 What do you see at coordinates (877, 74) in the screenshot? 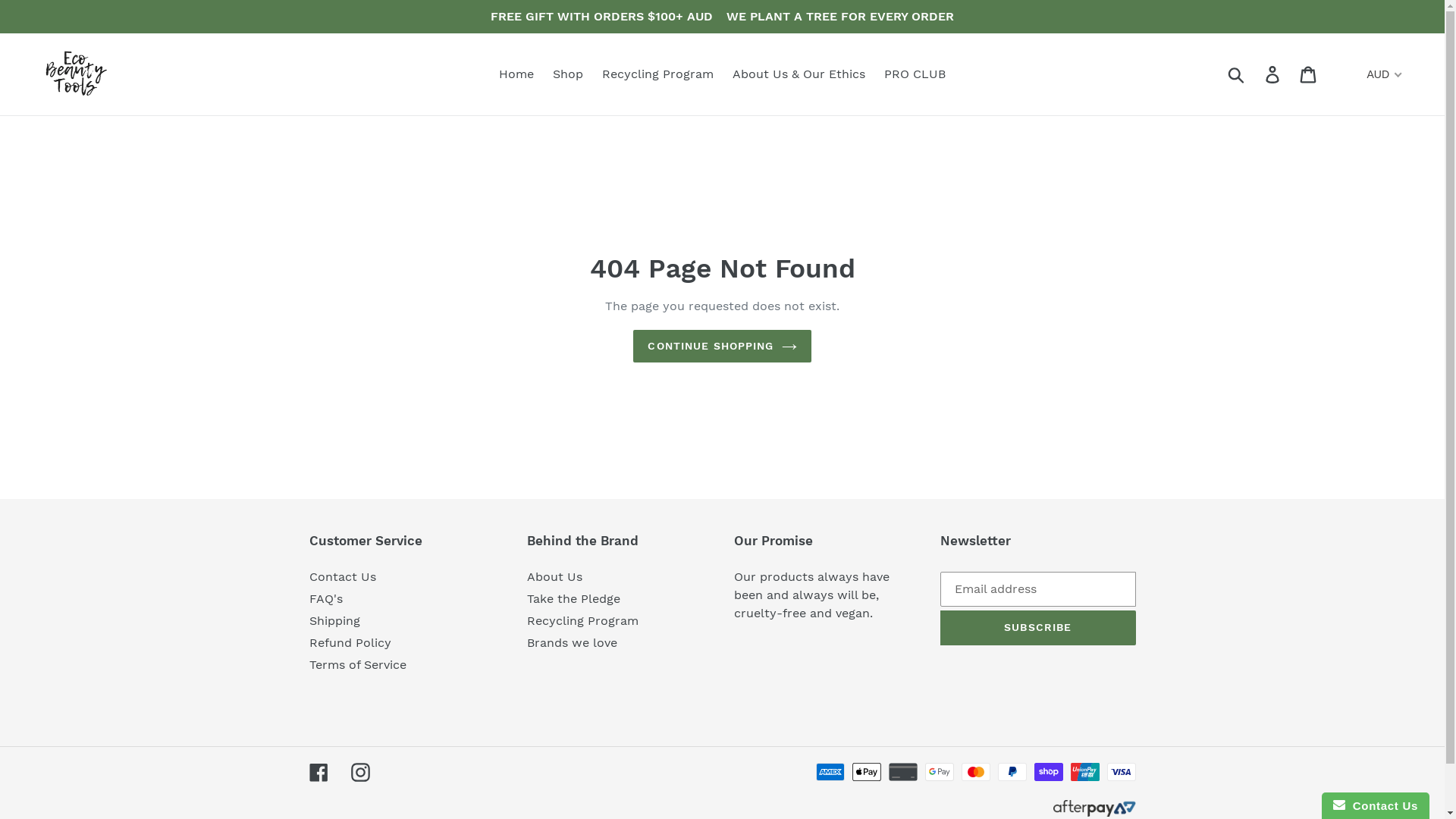
I see `'PRO CLUB'` at bounding box center [877, 74].